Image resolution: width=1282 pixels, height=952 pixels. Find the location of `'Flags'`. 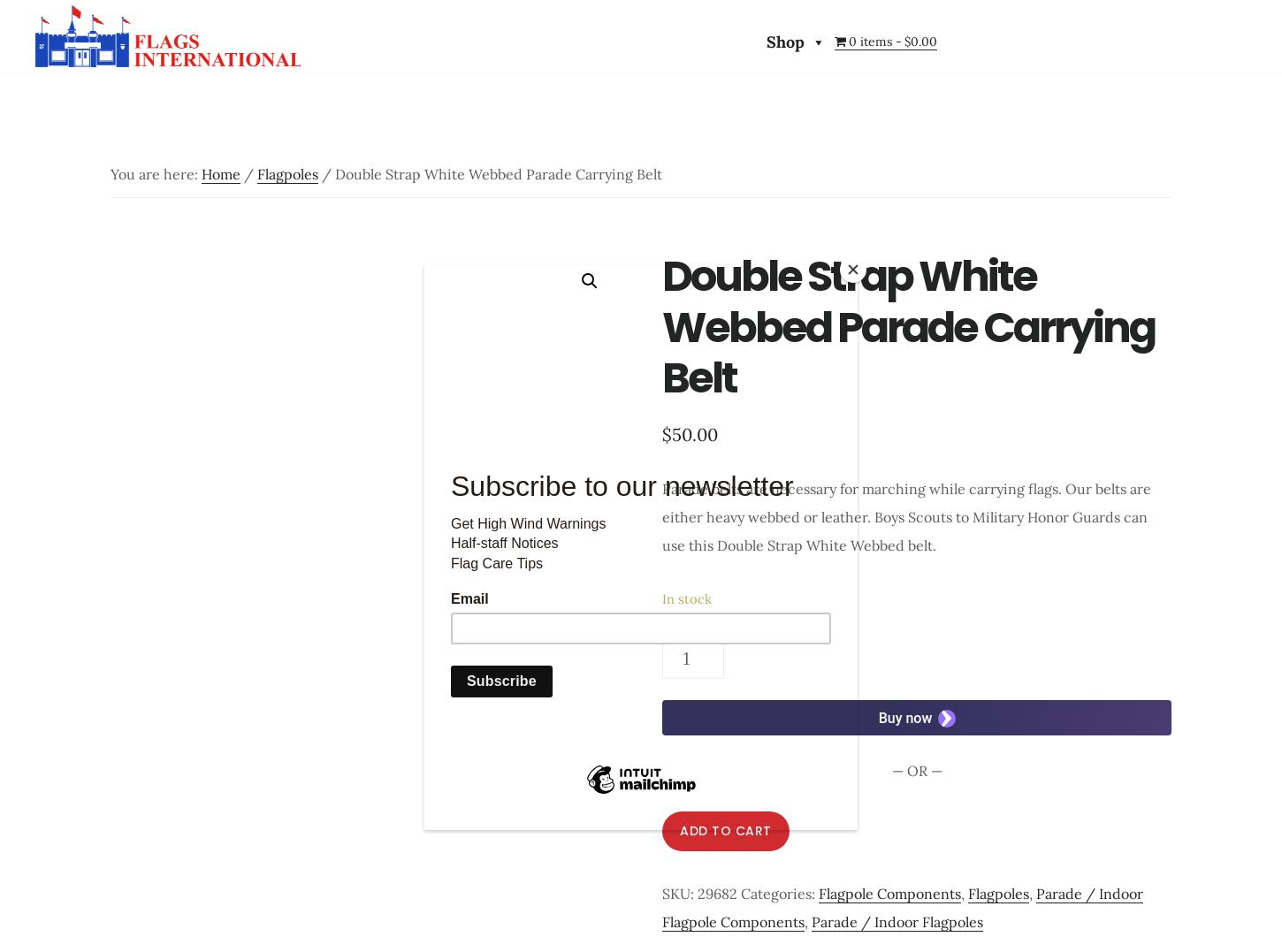

'Flags' is located at coordinates (322, 96).